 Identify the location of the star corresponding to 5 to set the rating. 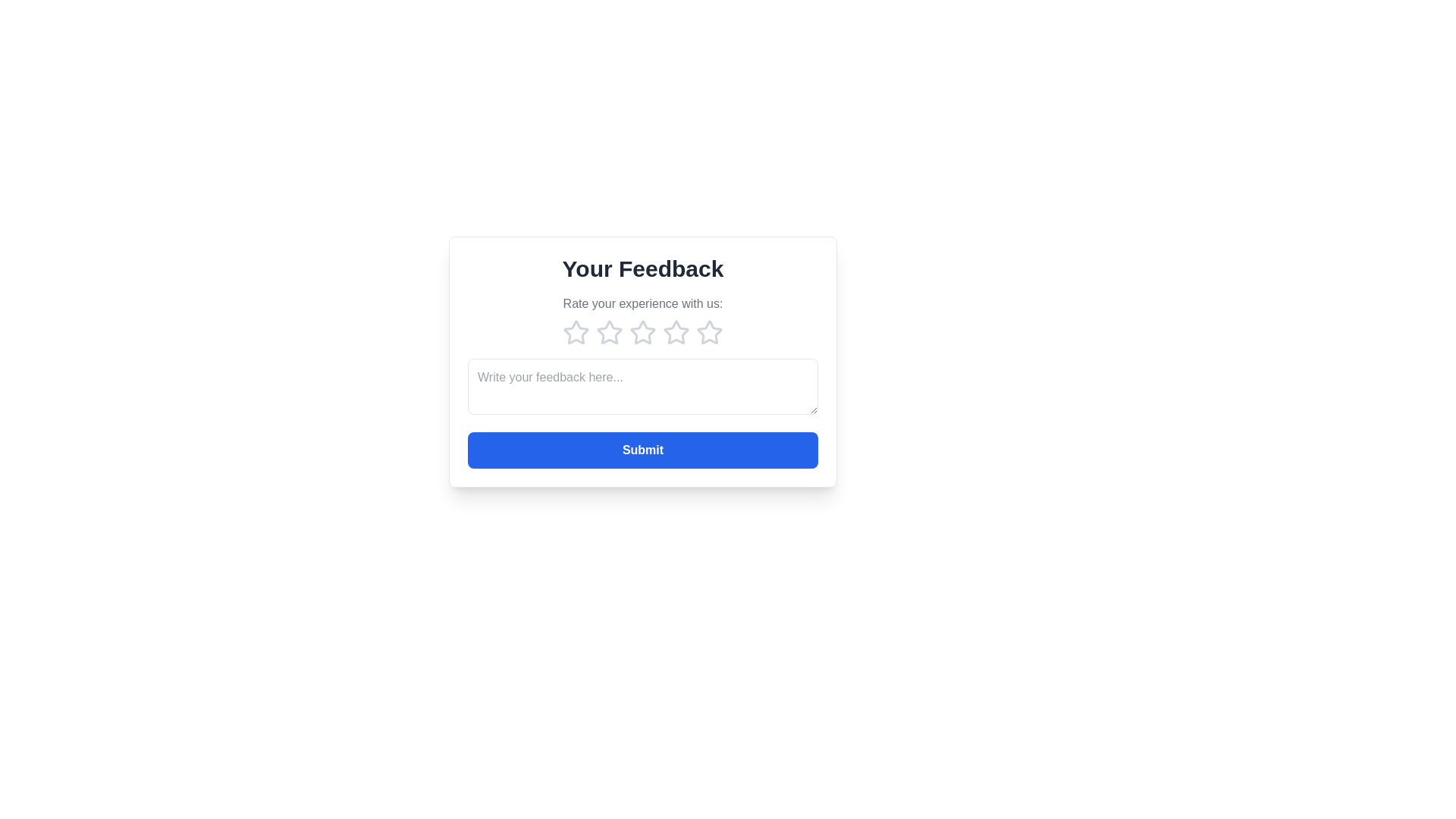
(709, 332).